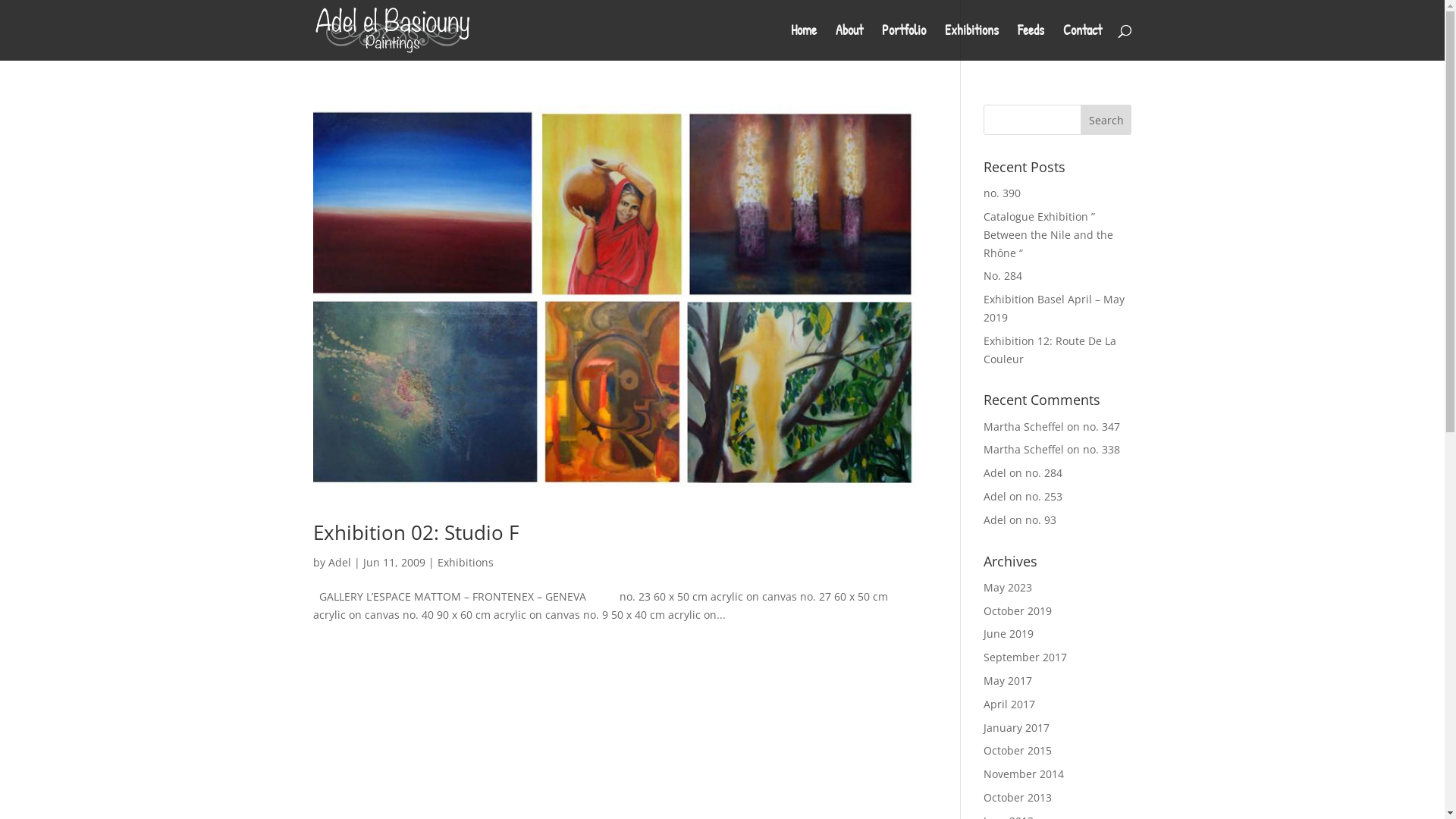 This screenshot has height=819, width=1456. I want to click on 'May 2023', so click(1008, 586).